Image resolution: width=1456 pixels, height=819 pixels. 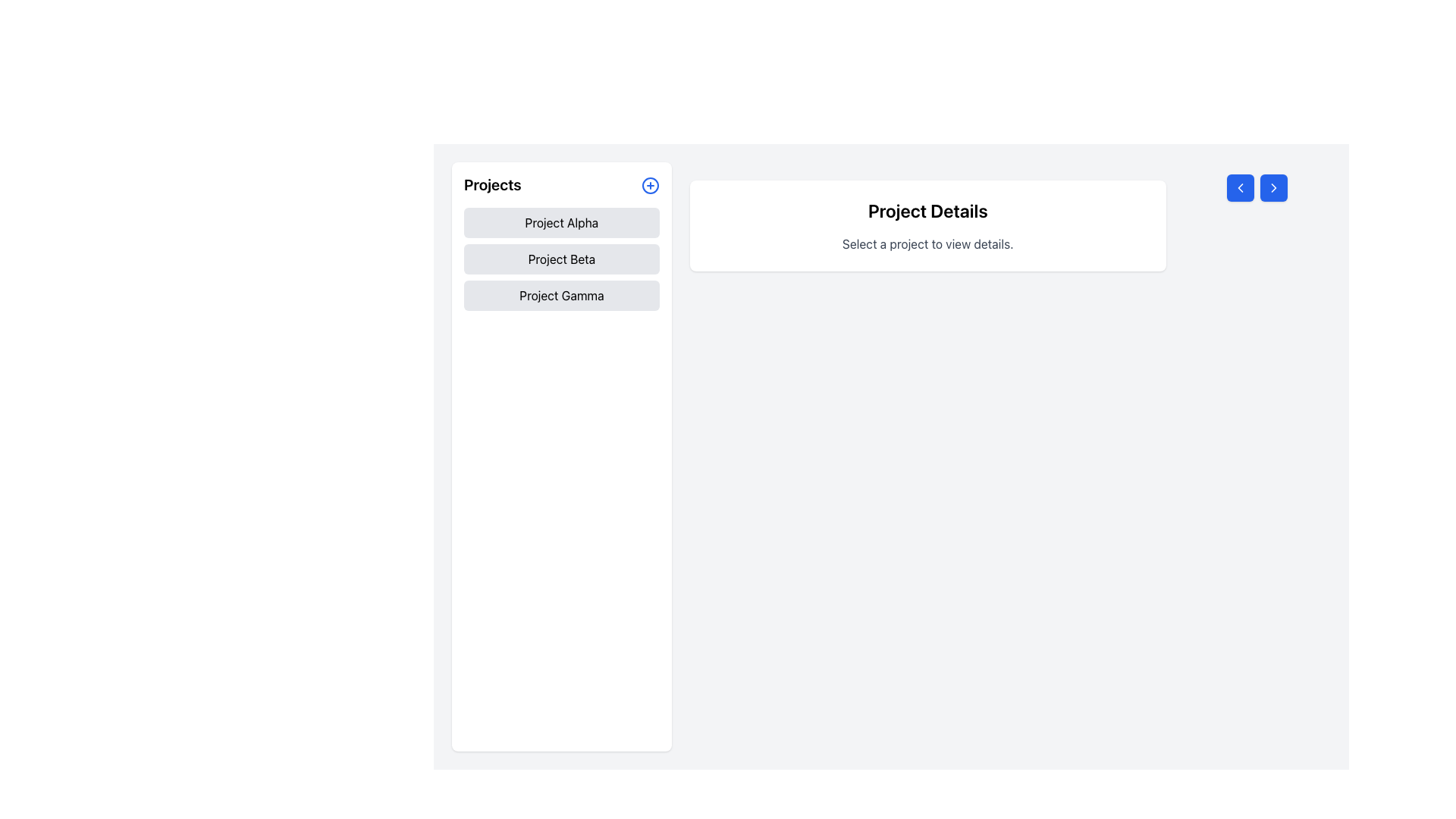 What do you see at coordinates (560, 222) in the screenshot?
I see `the rectangular button labeled 'Project Alpha' with a light gray background` at bounding box center [560, 222].